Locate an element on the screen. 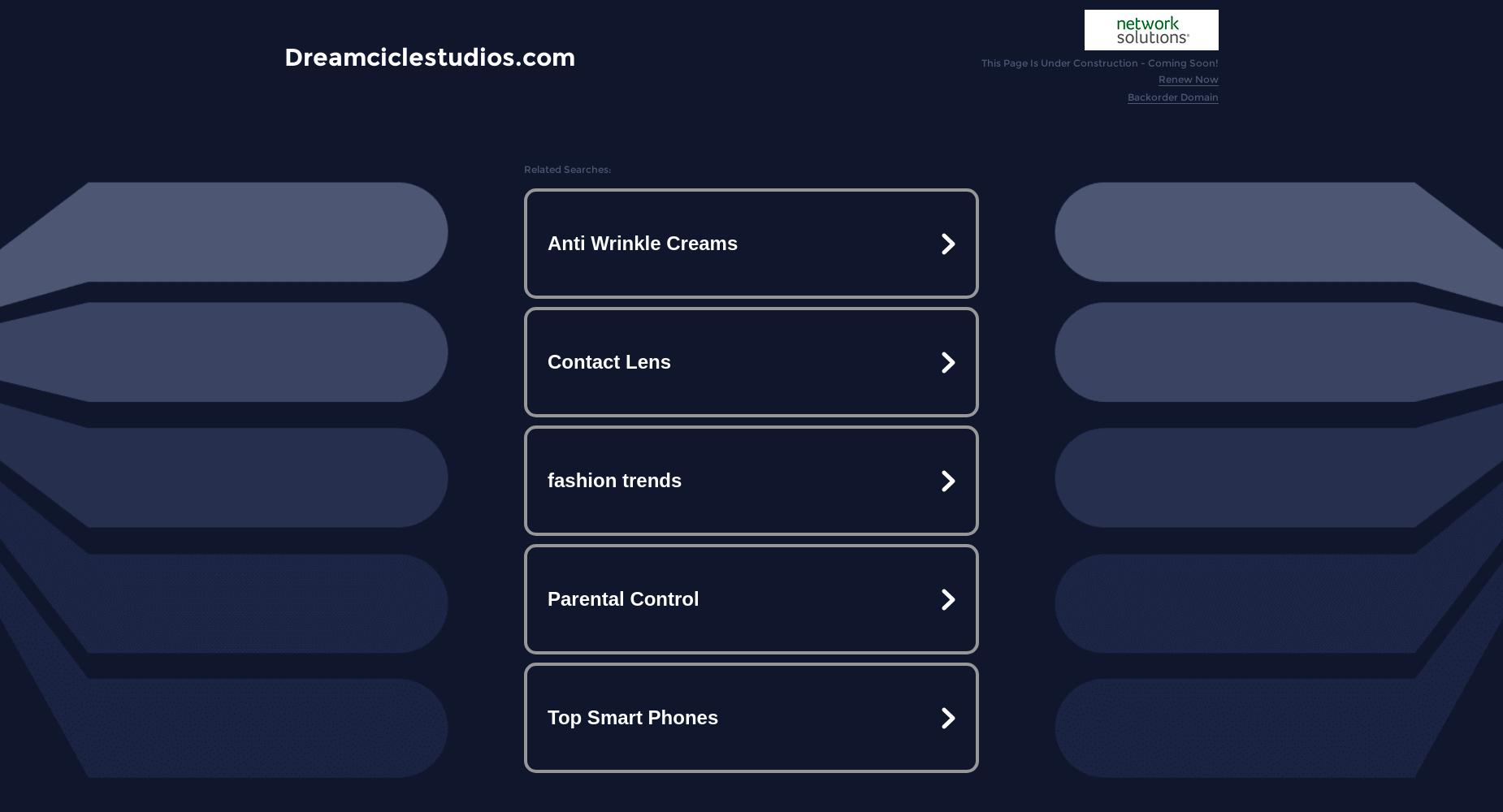 This screenshot has width=1503, height=812. 'fashion trends' is located at coordinates (614, 479).